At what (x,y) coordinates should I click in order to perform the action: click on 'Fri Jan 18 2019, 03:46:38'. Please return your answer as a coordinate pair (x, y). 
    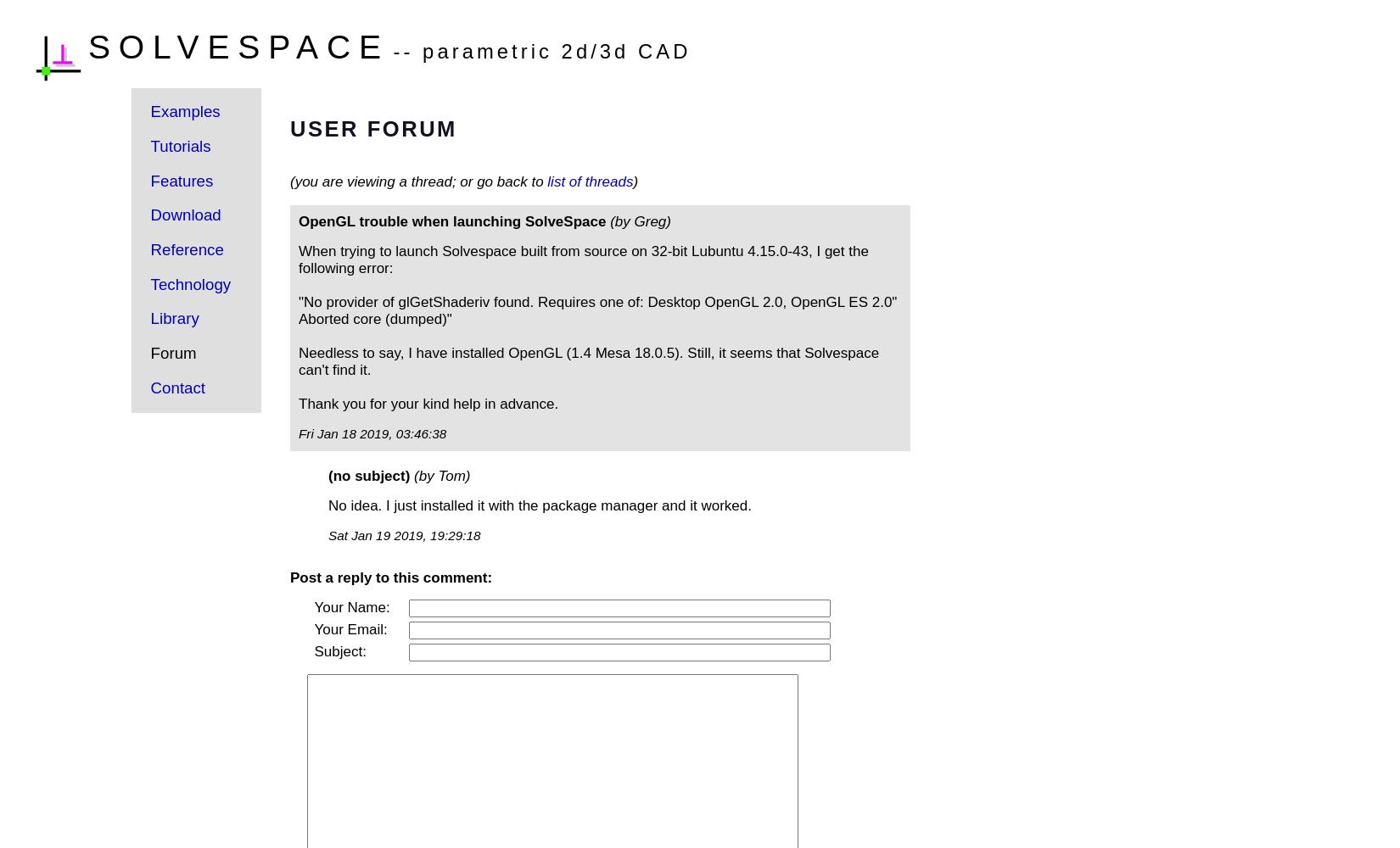
    Looking at the image, I should click on (372, 432).